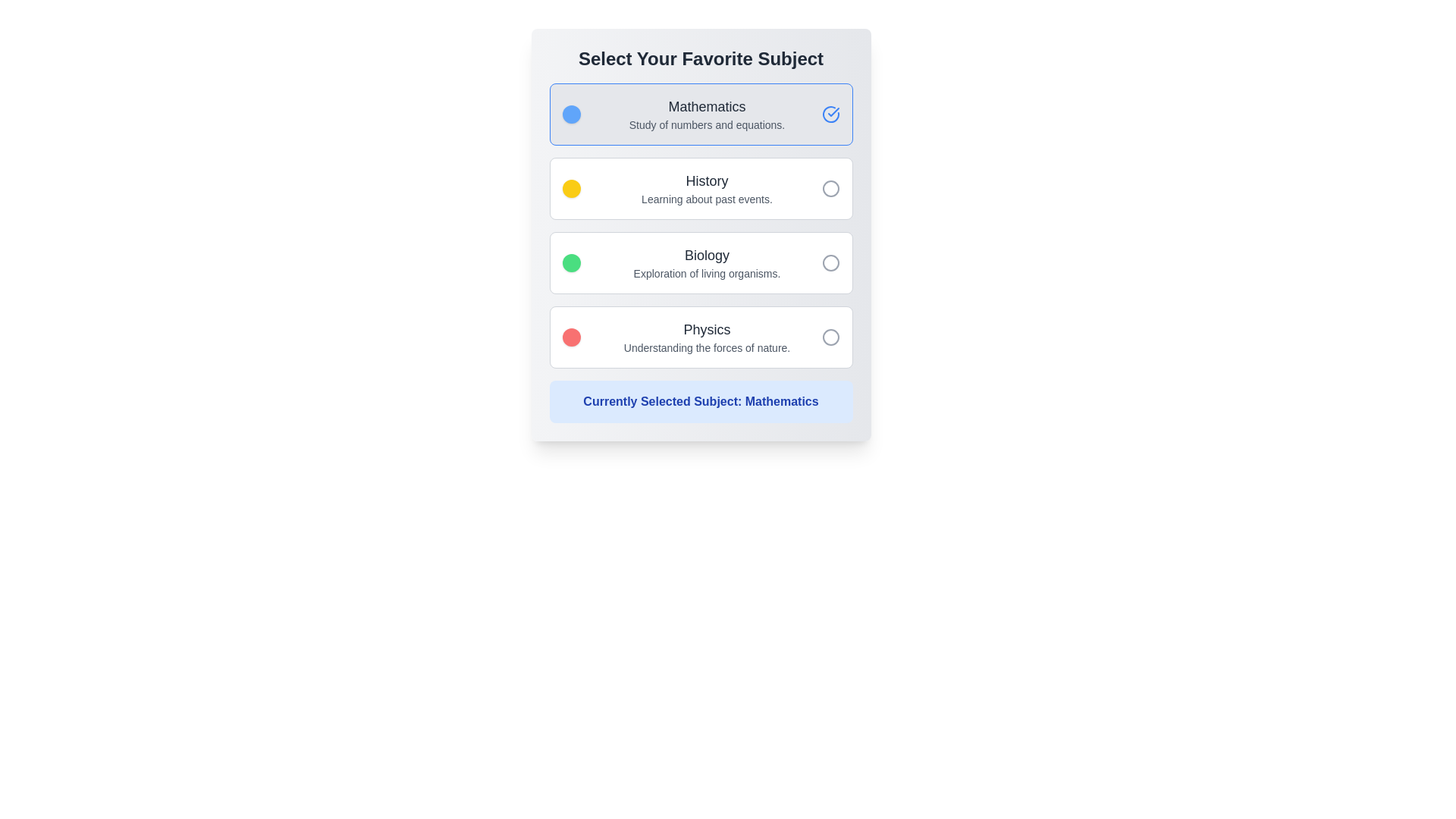 The image size is (1456, 819). I want to click on the text element reading 'Currently Selected Subject: Mathematics', which is styled in bold blue font and displayed on a light blue background, located at the bottom of a card layout, so click(700, 400).